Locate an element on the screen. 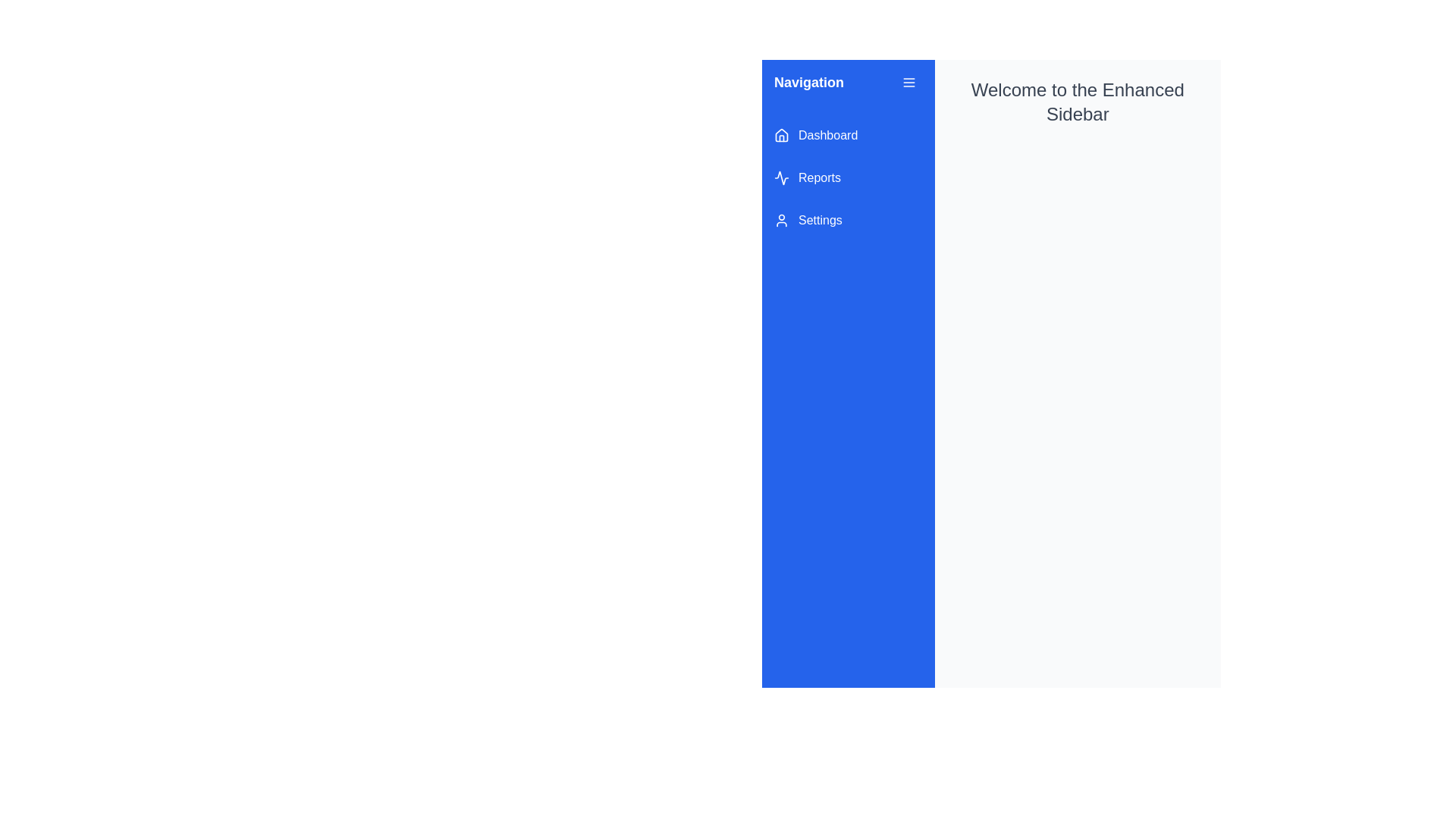  the activity-related icon in the vertical navigation menu is located at coordinates (782, 177).